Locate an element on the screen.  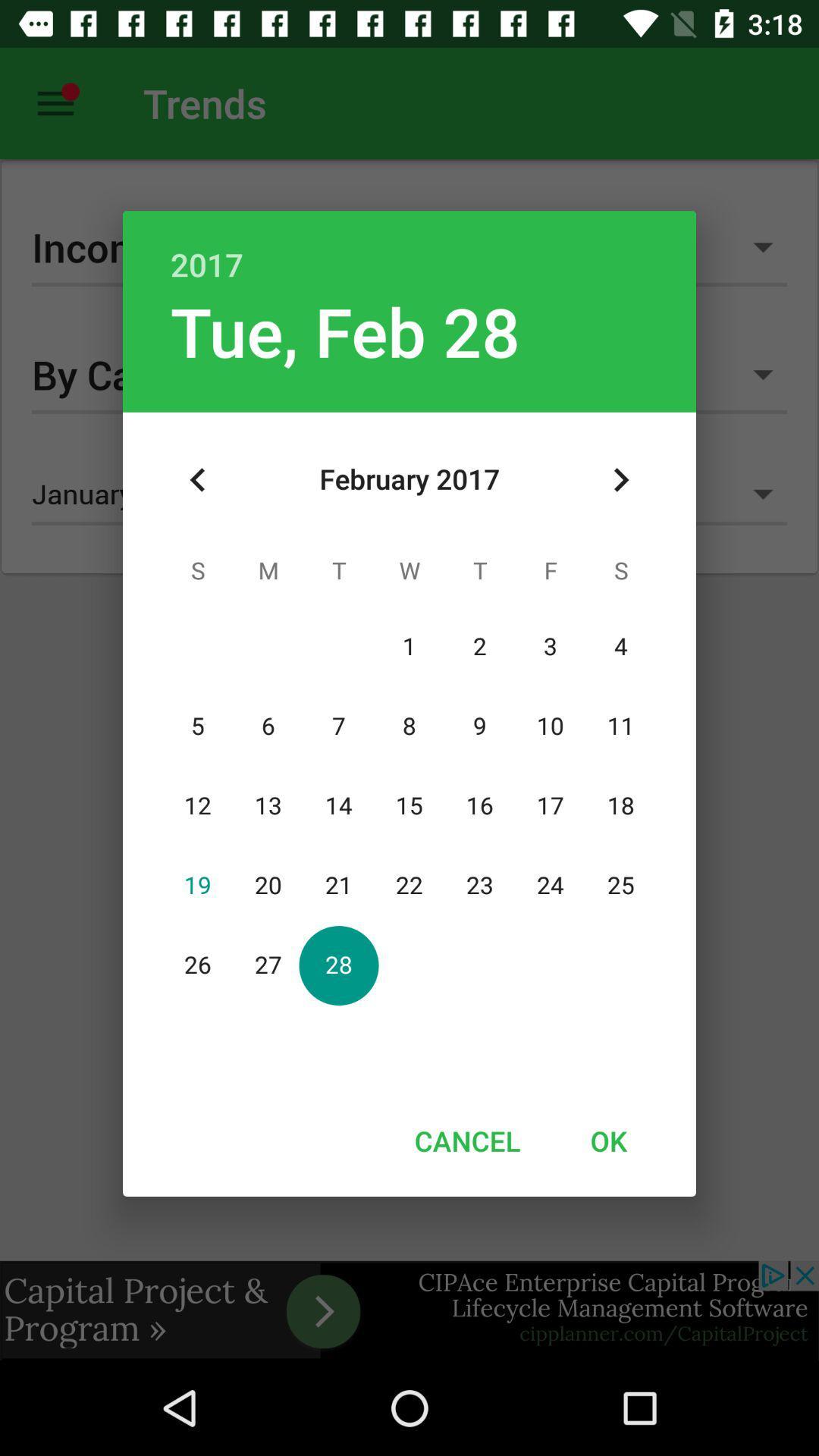
the icon to the right of the cancel is located at coordinates (607, 1141).